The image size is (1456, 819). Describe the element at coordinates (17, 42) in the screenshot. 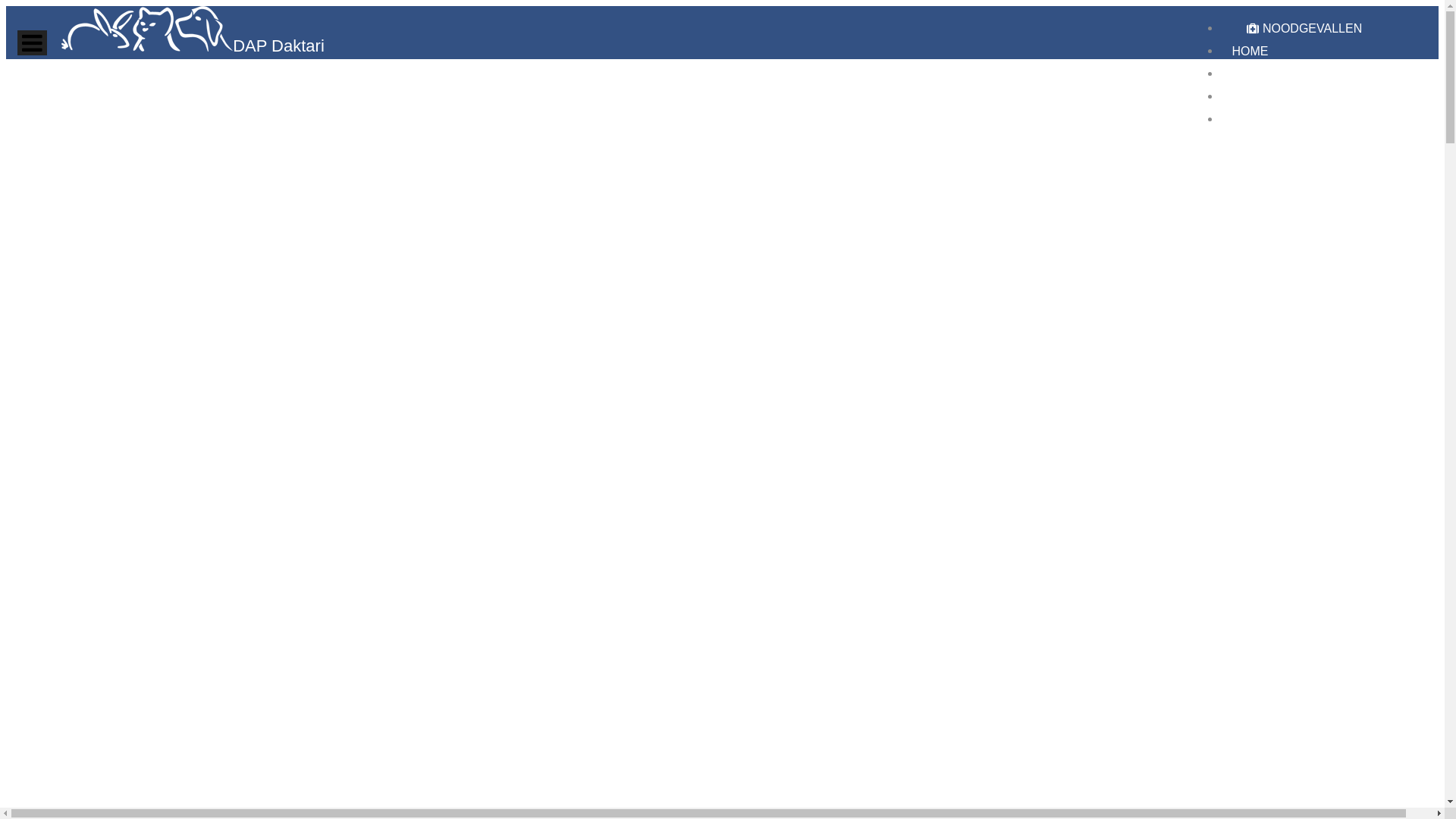

I see `'Toggle Navigation'` at that location.